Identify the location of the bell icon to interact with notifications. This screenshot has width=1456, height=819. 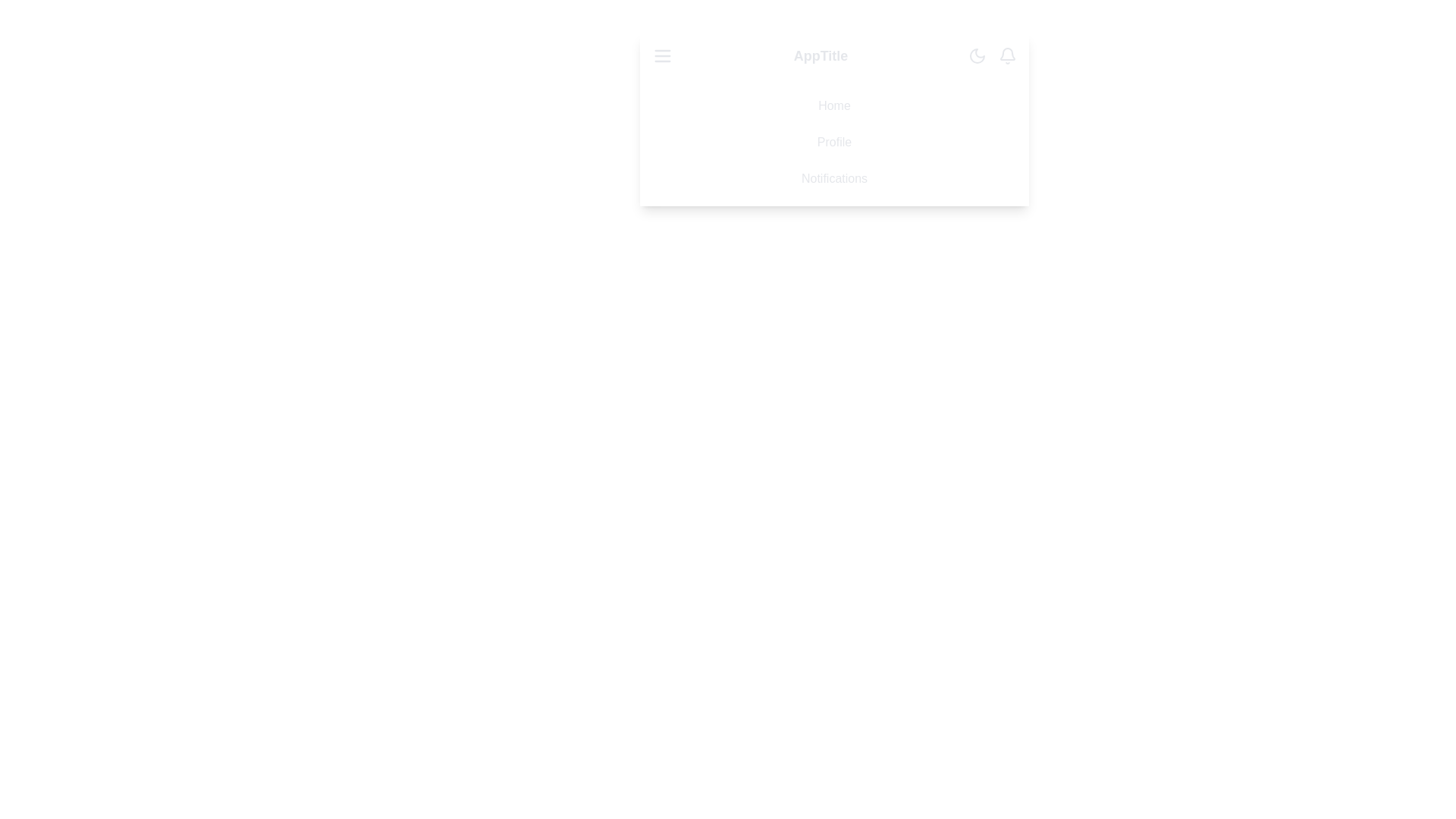
(1008, 55).